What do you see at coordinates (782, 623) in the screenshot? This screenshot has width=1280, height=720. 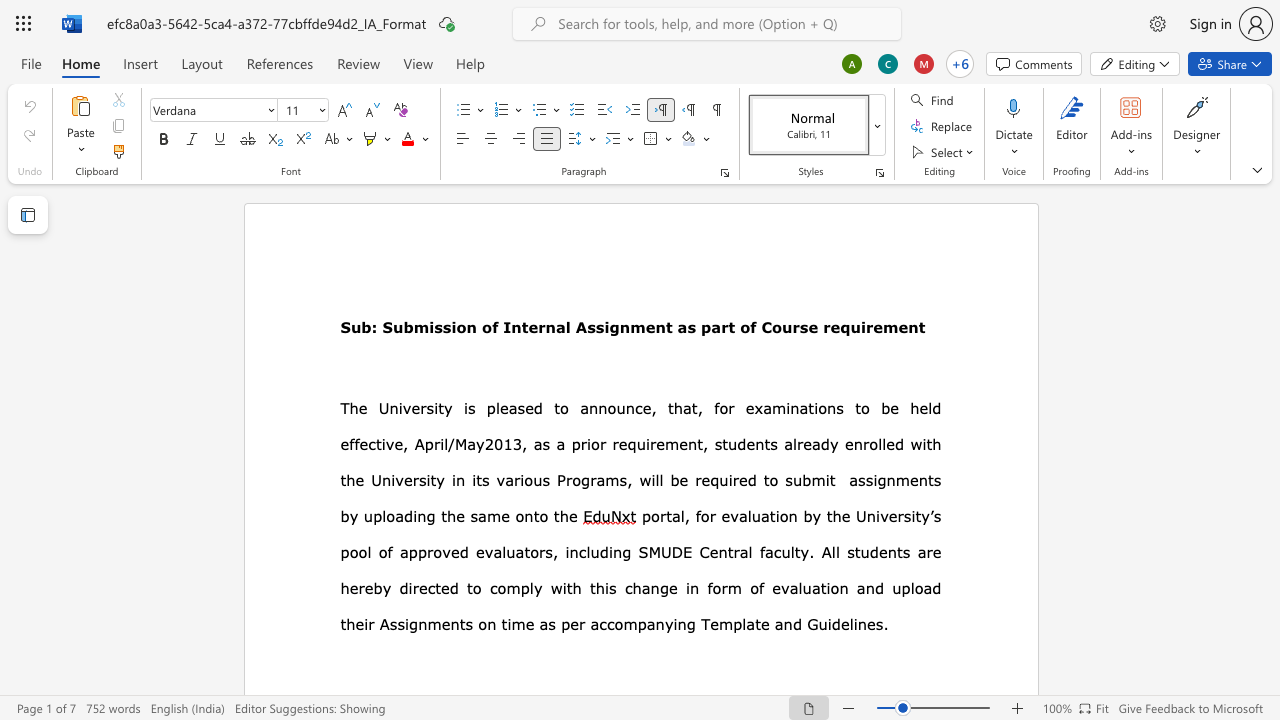 I see `the space between the continuous character "a" and "n" in the text` at bounding box center [782, 623].